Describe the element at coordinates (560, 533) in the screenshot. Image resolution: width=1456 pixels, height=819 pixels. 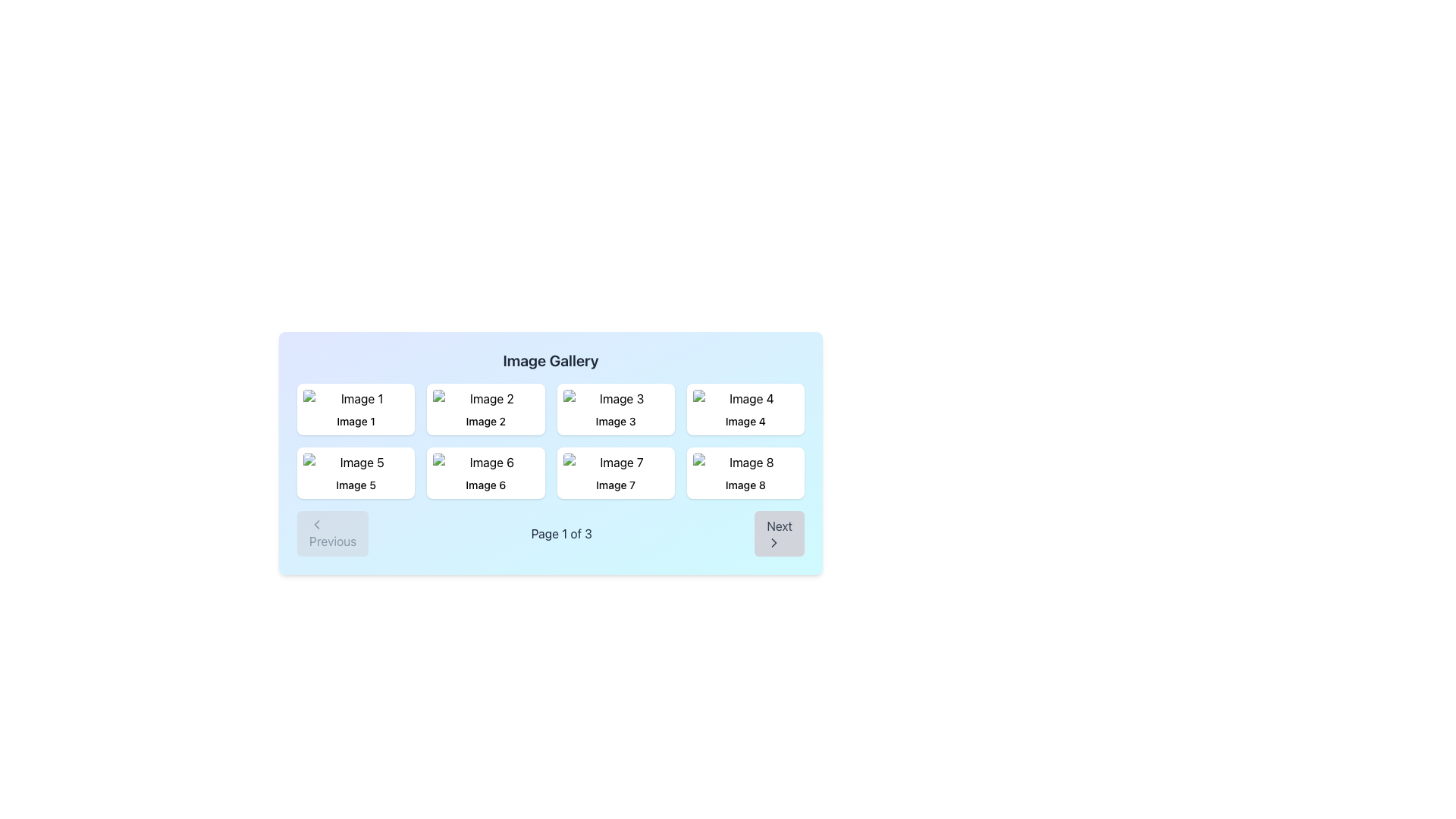
I see `the static text label displaying 'Page 1 of 3', which is centrally positioned between the 'Previous' and 'Next' buttons` at that location.